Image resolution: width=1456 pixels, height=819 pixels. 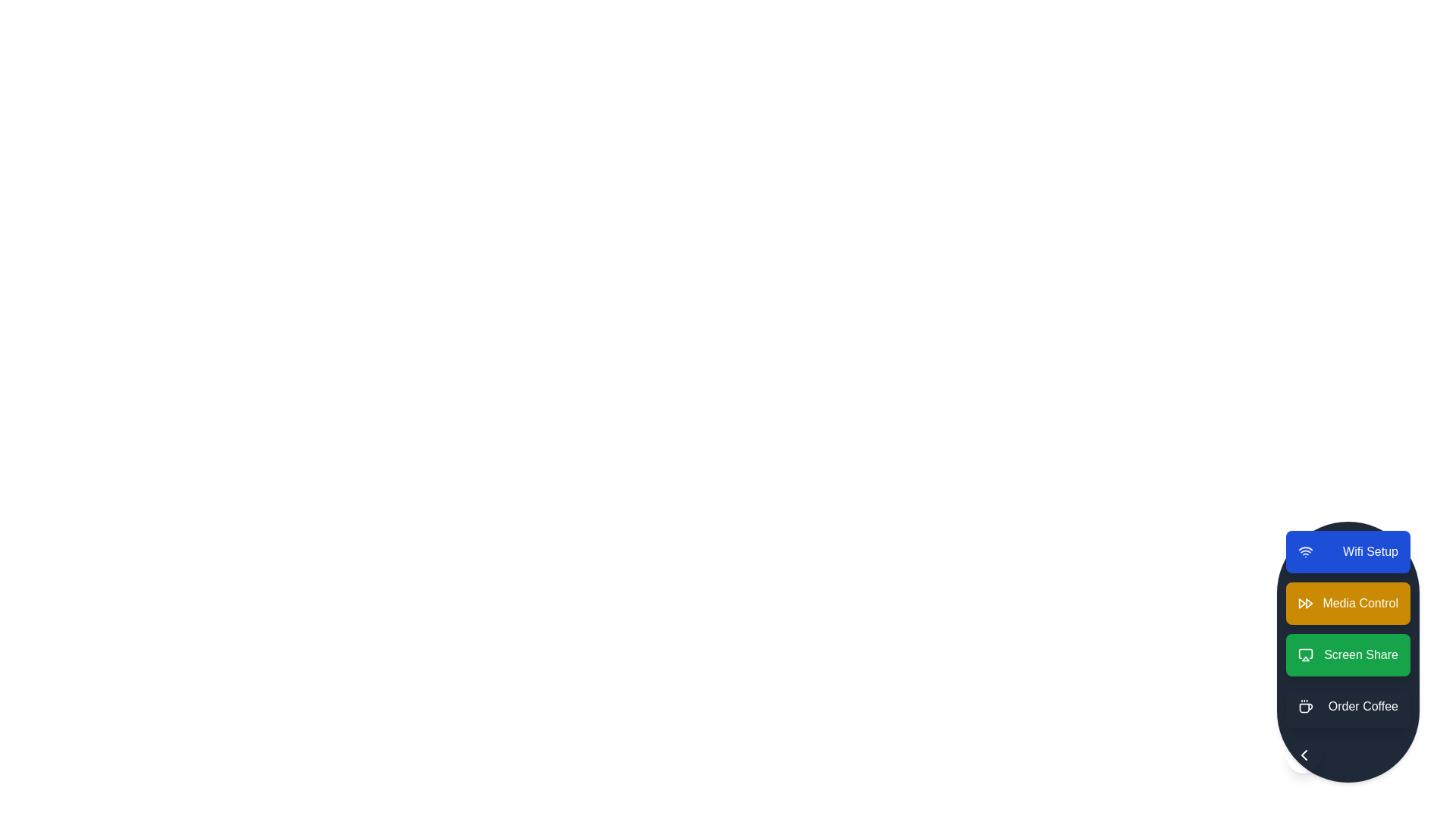 I want to click on the action item Order Coffee from the speed dial, so click(x=1348, y=707).